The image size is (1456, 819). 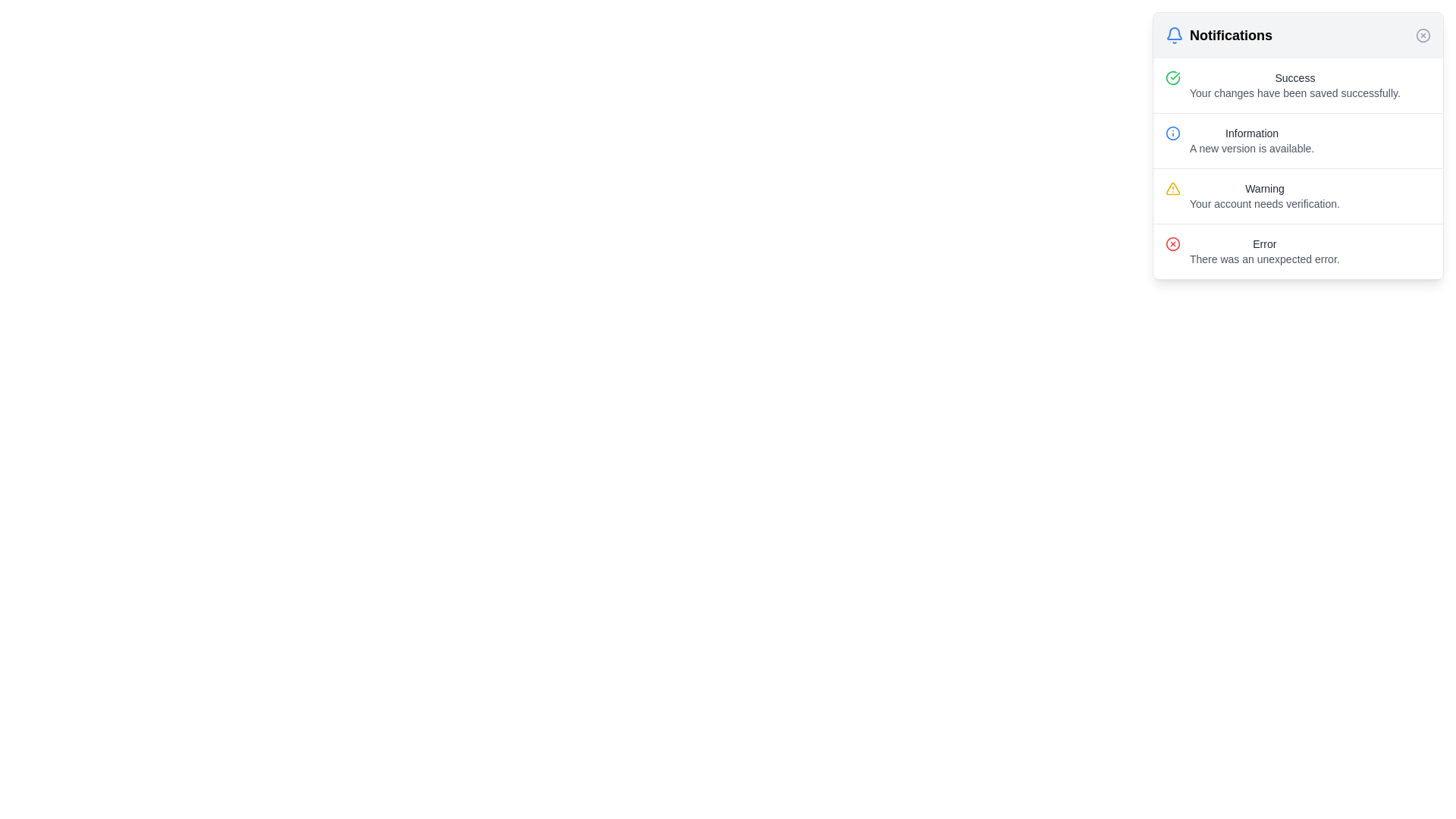 What do you see at coordinates (1174, 34) in the screenshot?
I see `the blue bell icon located in the notification header, positioned to the left of the 'Notifications' text` at bounding box center [1174, 34].